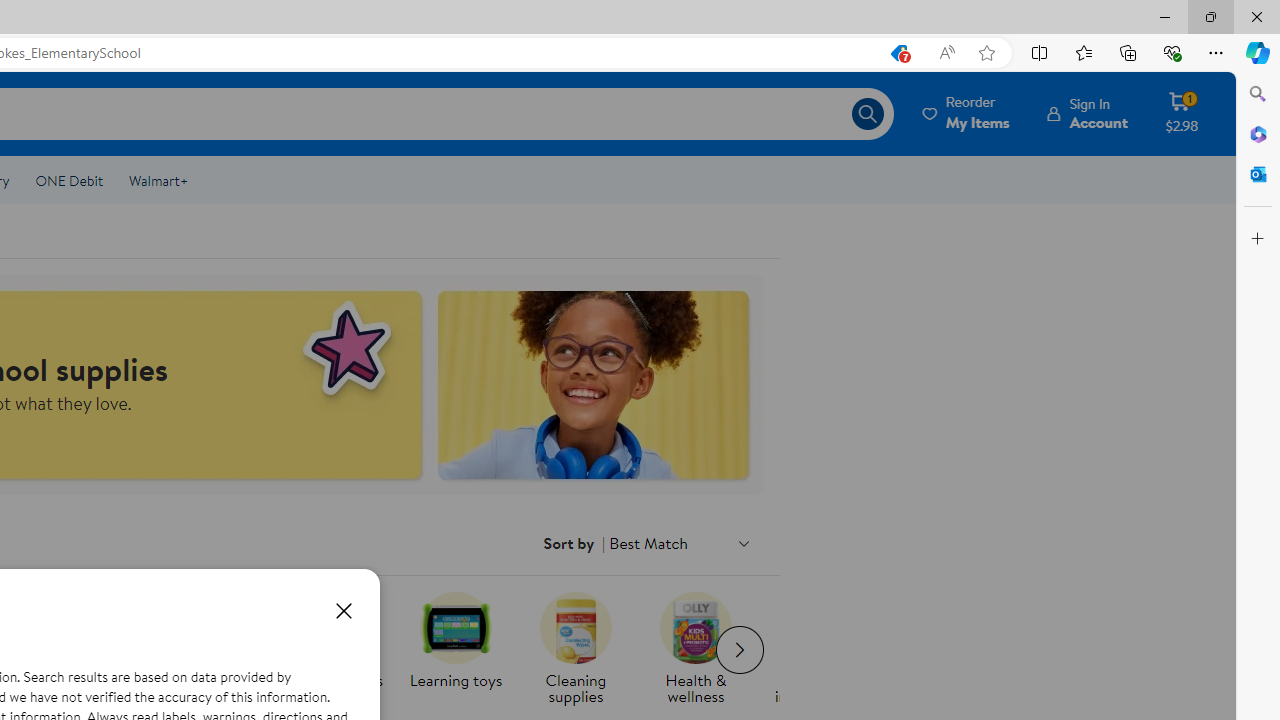  I want to click on 'Close dialog', so click(343, 609).